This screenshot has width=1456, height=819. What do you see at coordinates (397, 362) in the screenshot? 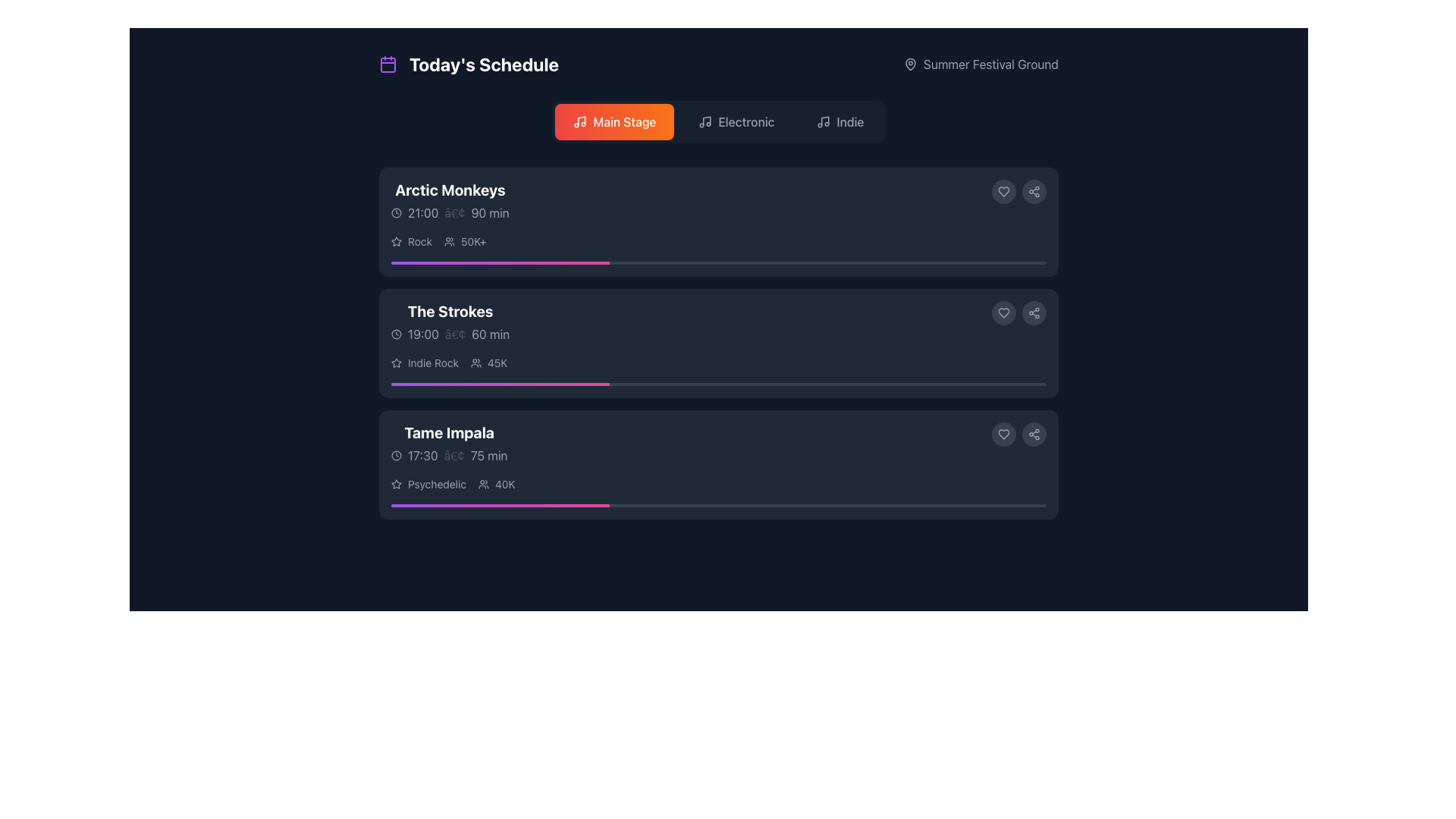
I see `the star-shaped icon outlined in a neutral color, located next to the text 'Indie Rock' in the second list item of the schedule` at bounding box center [397, 362].